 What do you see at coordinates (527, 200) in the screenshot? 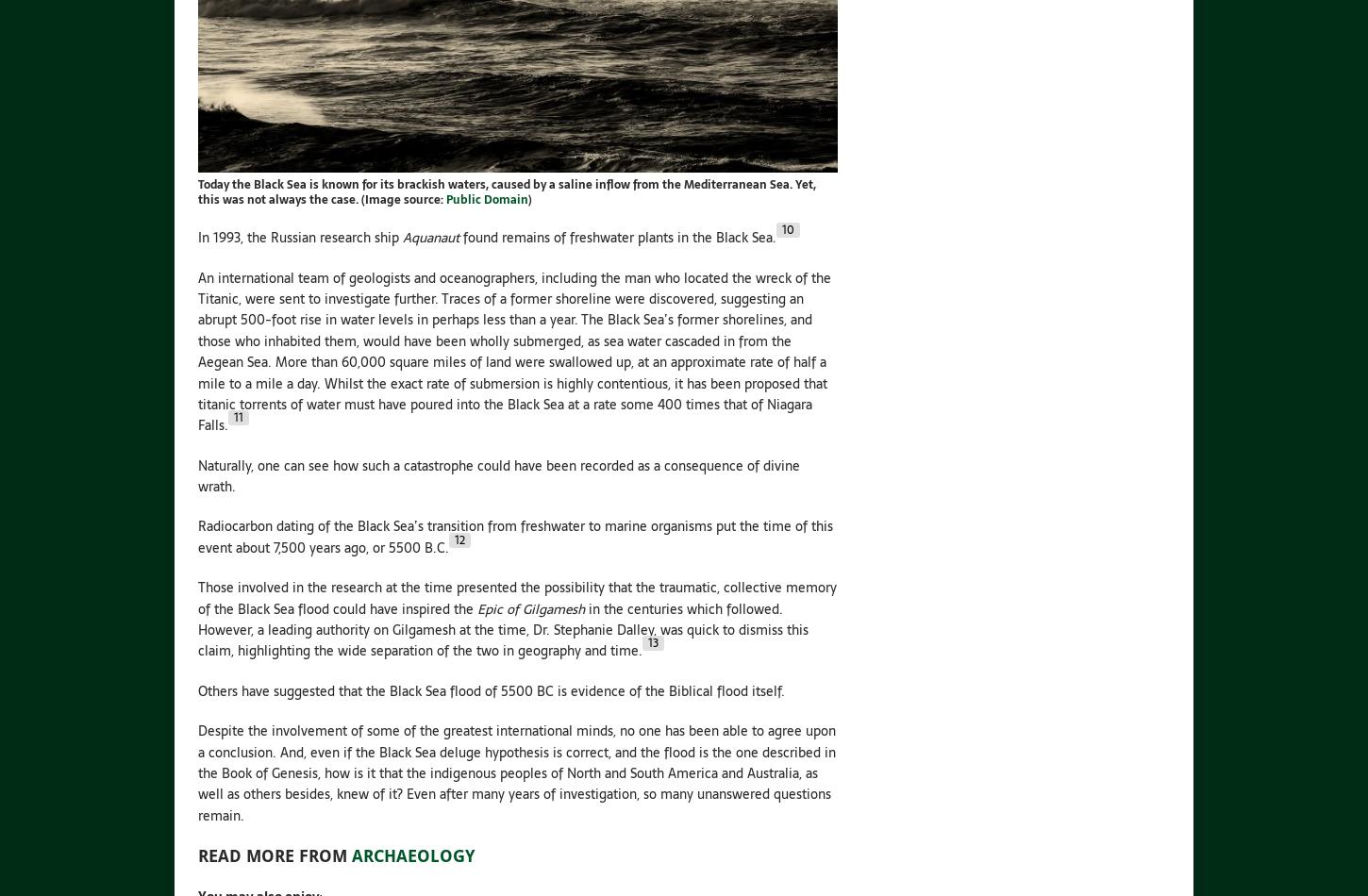
I see `')'` at bounding box center [527, 200].